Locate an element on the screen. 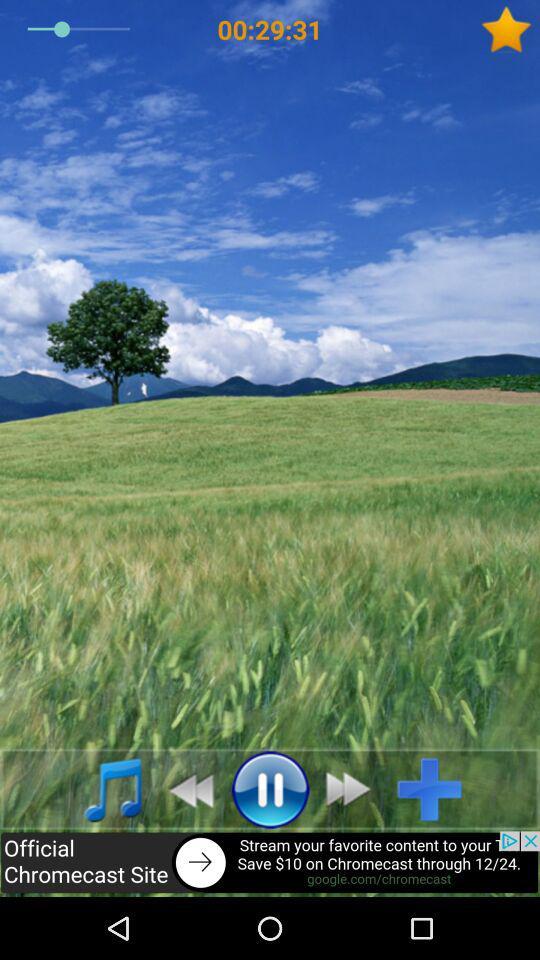 The width and height of the screenshot is (540, 960). show playlist is located at coordinates (102, 789).